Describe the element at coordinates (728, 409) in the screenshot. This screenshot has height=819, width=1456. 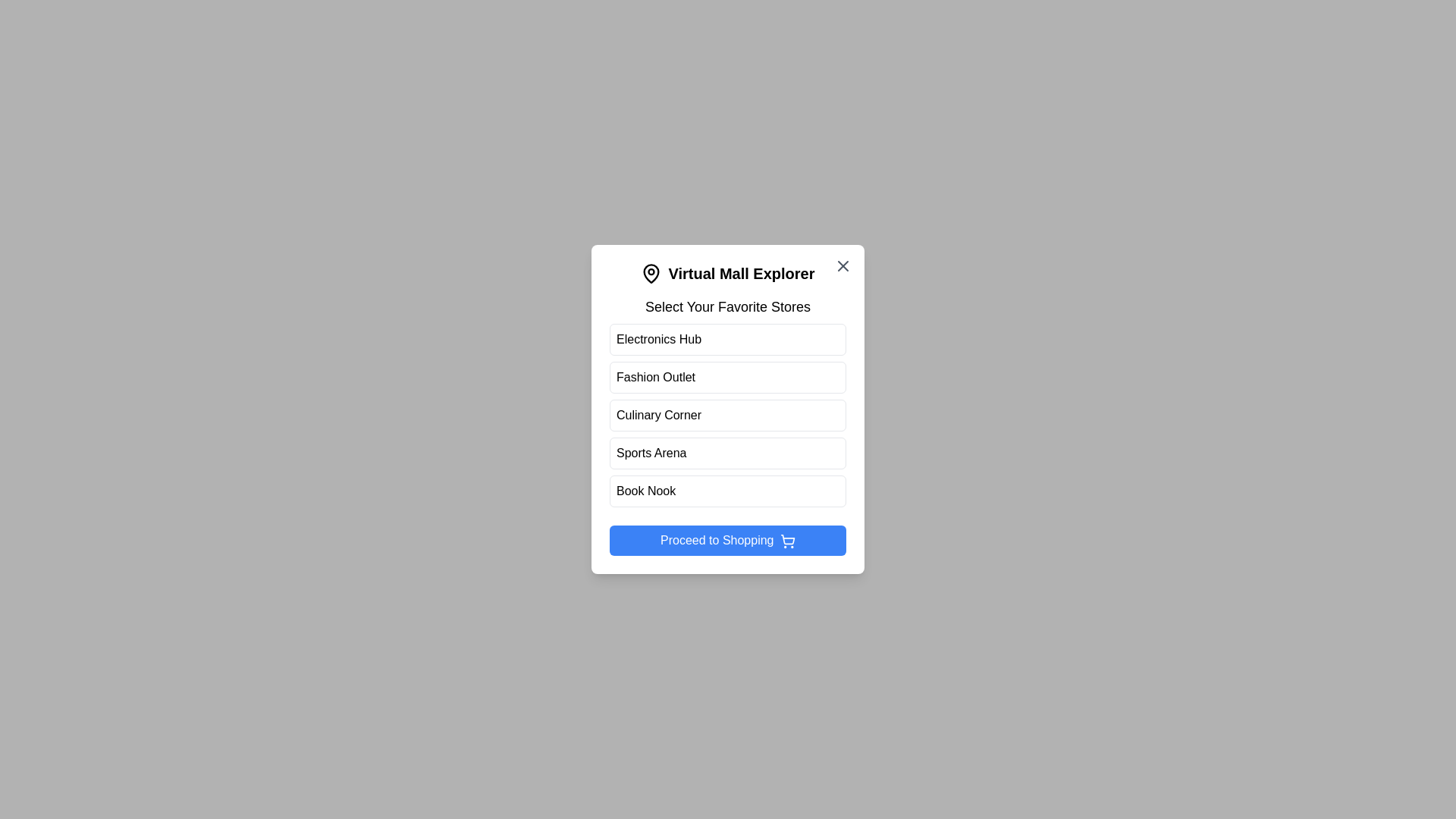
I see `the 'Culinary Corner' selectable option in the list` at that location.